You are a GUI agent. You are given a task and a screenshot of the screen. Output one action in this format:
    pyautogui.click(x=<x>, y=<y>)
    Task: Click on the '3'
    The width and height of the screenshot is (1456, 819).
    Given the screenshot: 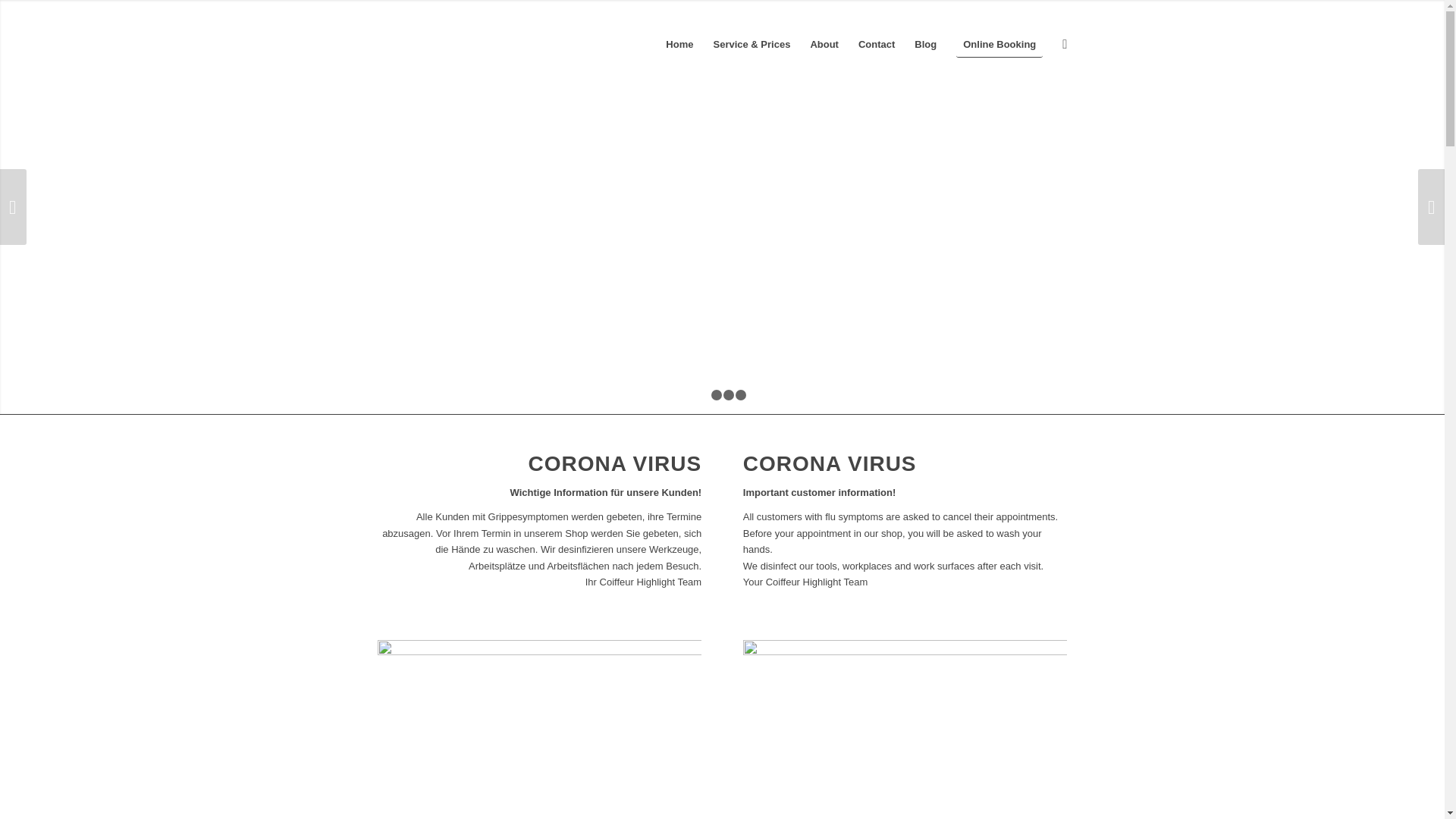 What is the action you would take?
    pyautogui.click(x=728, y=394)
    